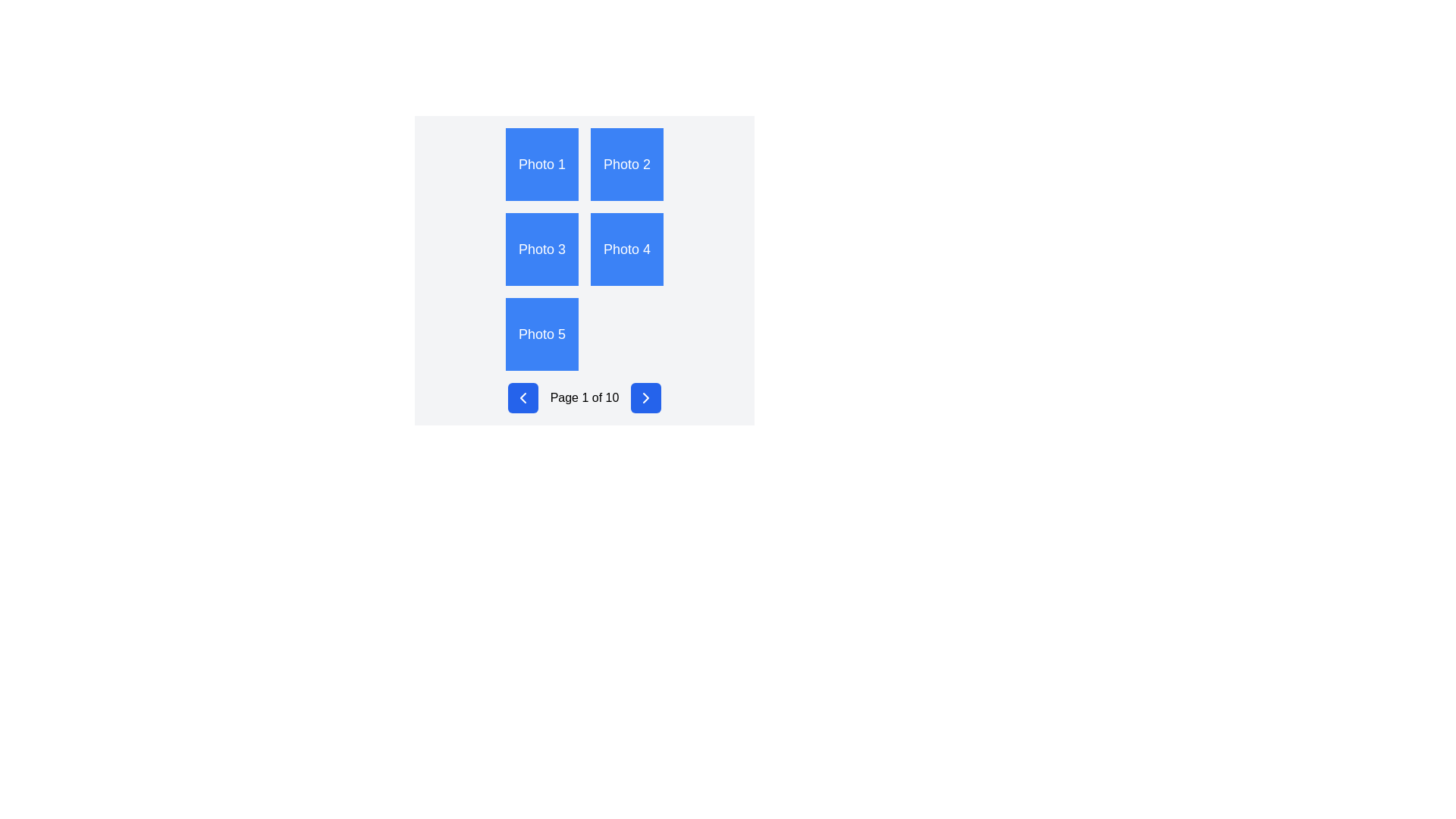  I want to click on the center of the rightward-pointing chevron SVG icon embedded in the pagination navigation button, so click(646, 397).